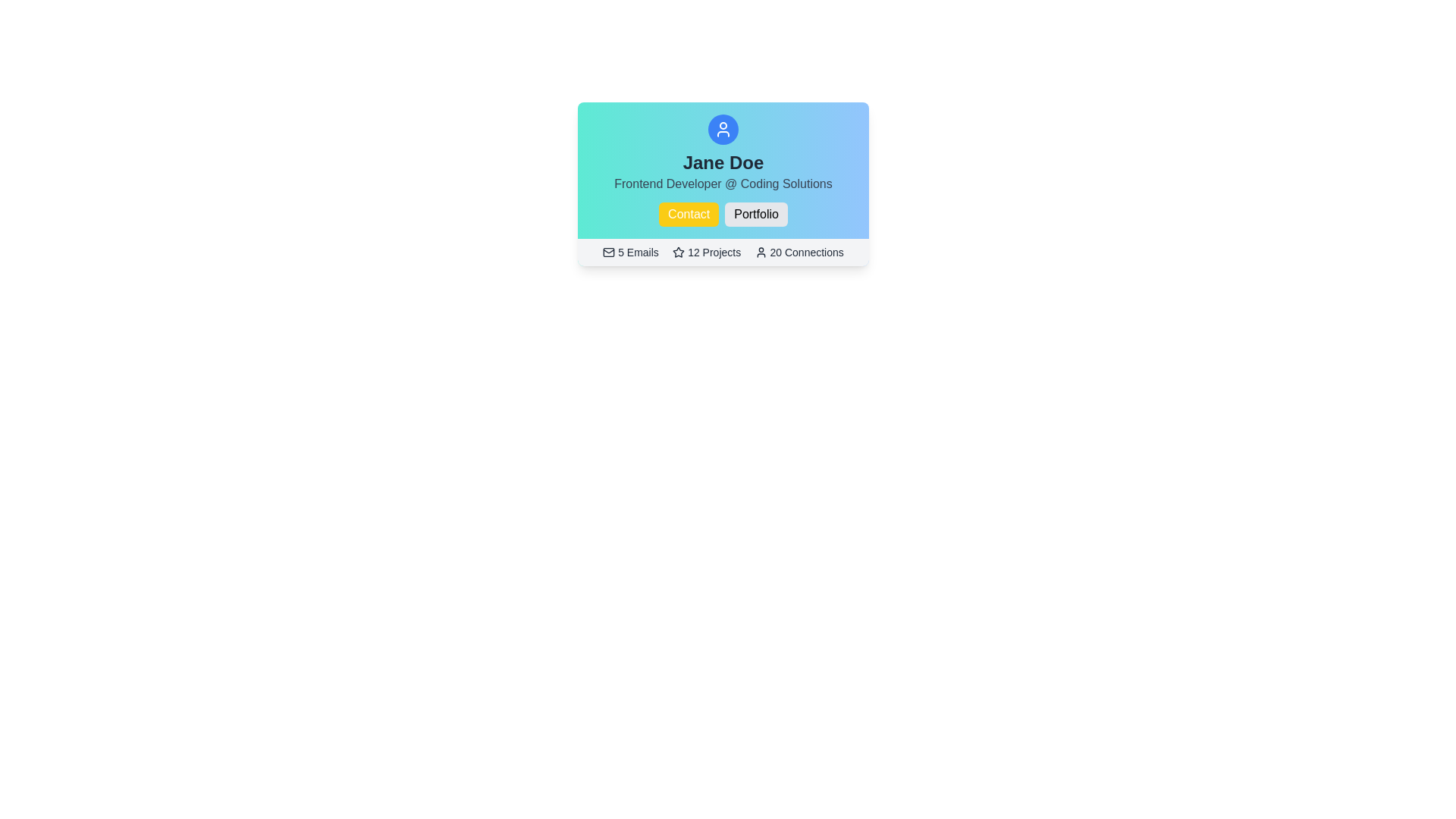  What do you see at coordinates (723, 251) in the screenshot?
I see `the text with icons row displaying '5 Emails 12 Projects 20 Connections' located below the 'Contact' and 'Portfolio' buttons` at bounding box center [723, 251].